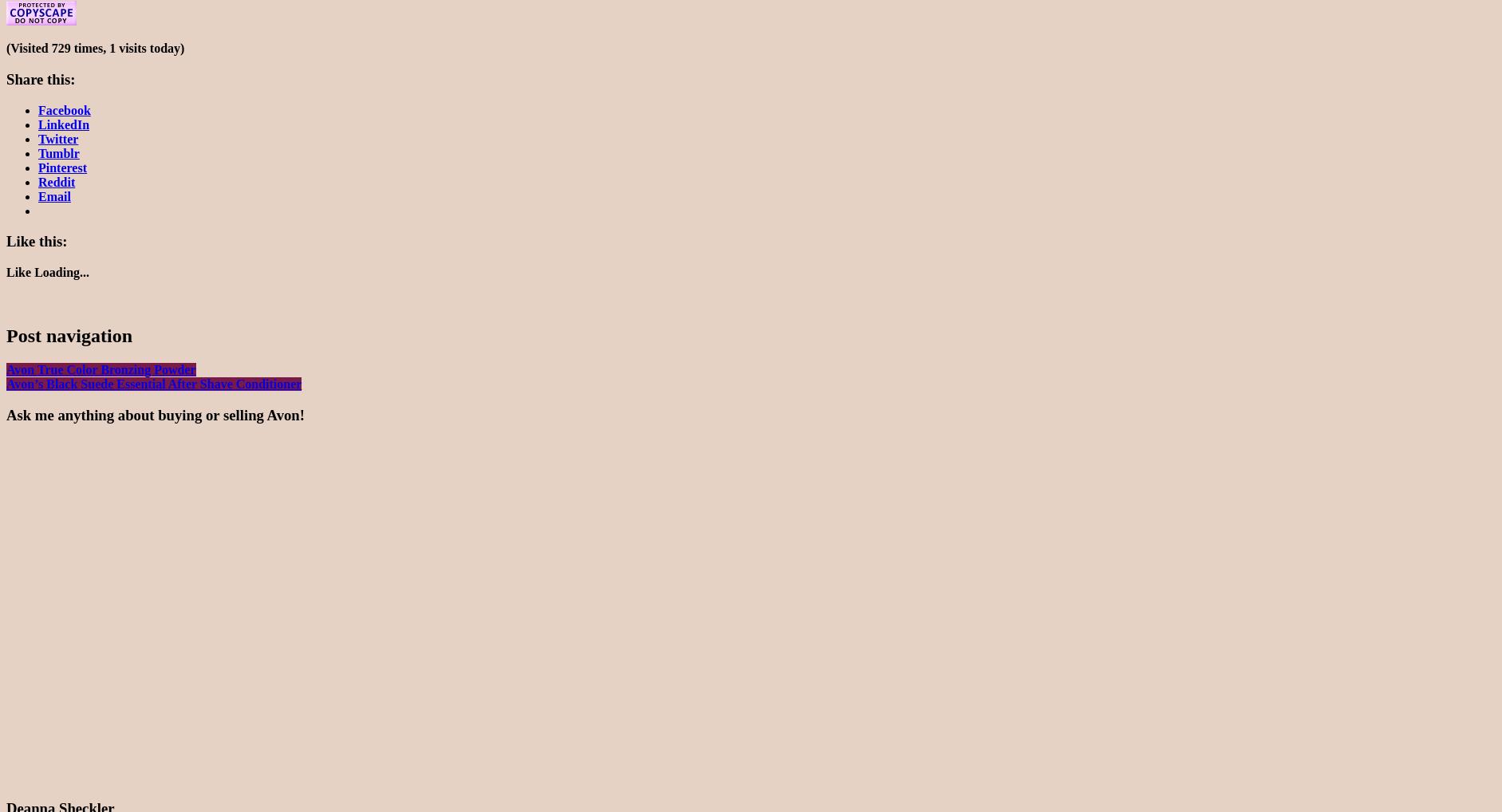  I want to click on 'Avon’s Black Suede Essential After Shave Conditioner', so click(5, 383).